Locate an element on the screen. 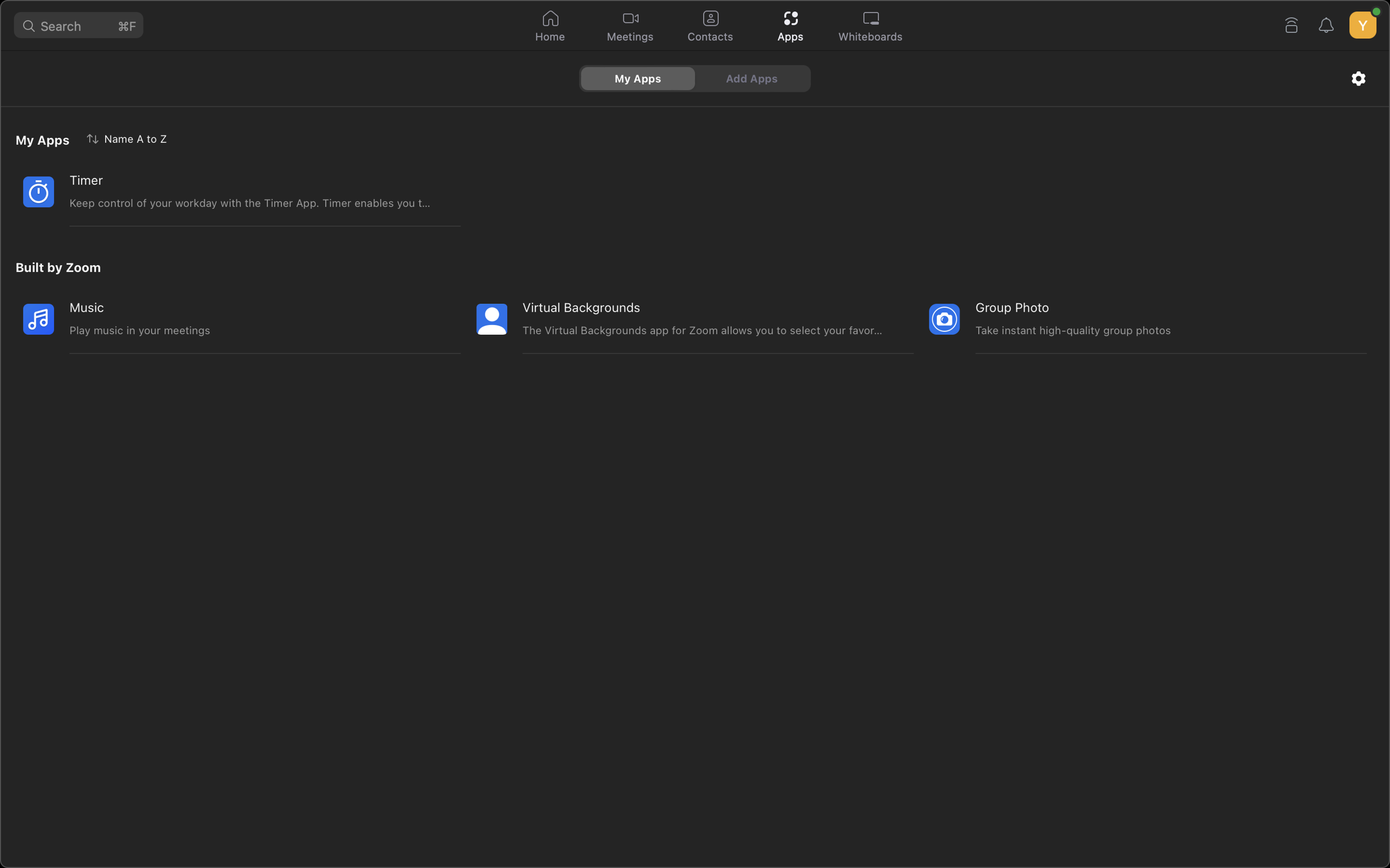 Image resolution: width=1390 pixels, height=868 pixels. Look for the contact "Indiana Jones" in the contacts application is located at coordinates (709, 26).